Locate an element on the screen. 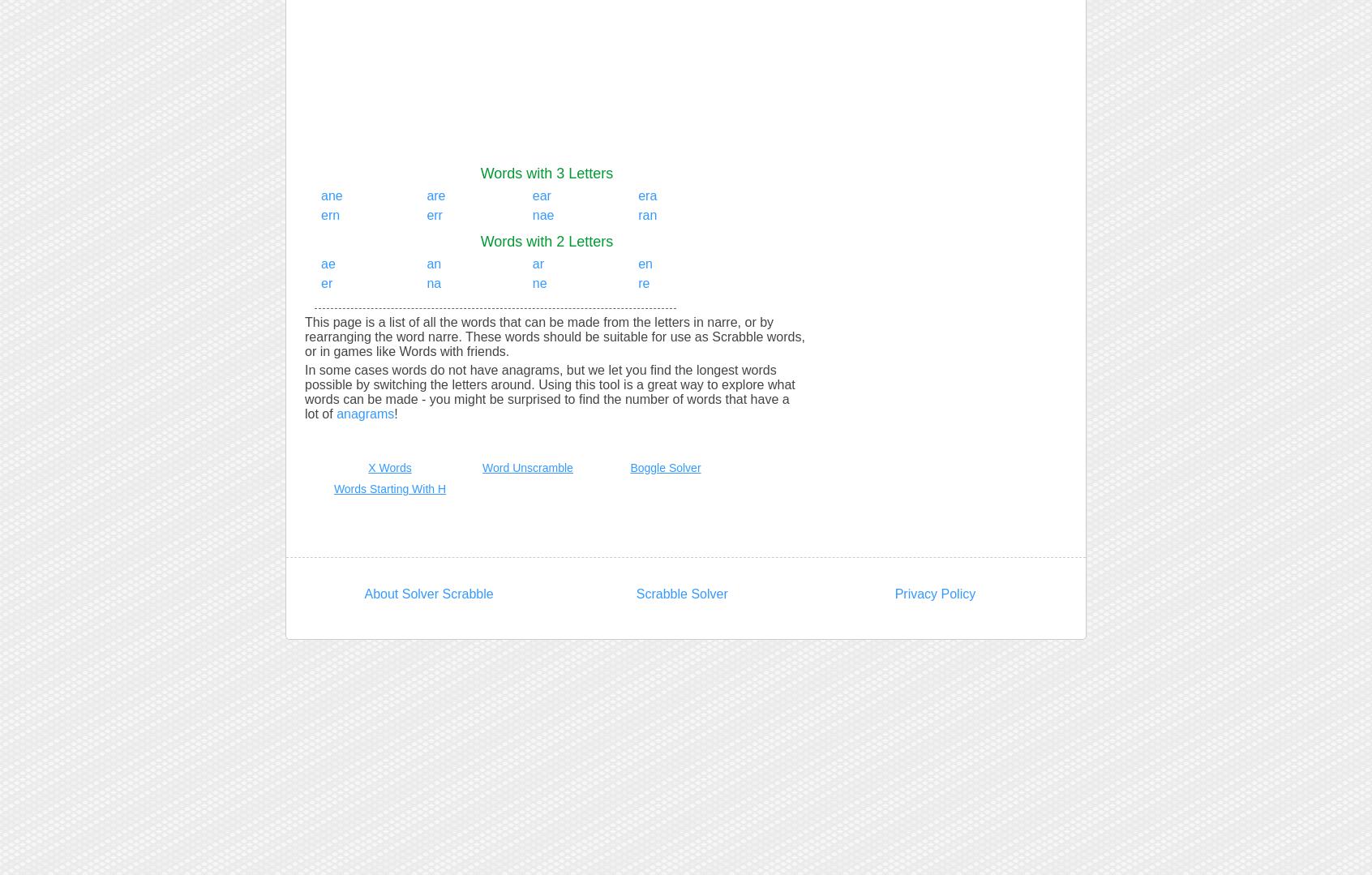 Image resolution: width=1372 pixels, height=875 pixels. 'ae' is located at coordinates (320, 263).